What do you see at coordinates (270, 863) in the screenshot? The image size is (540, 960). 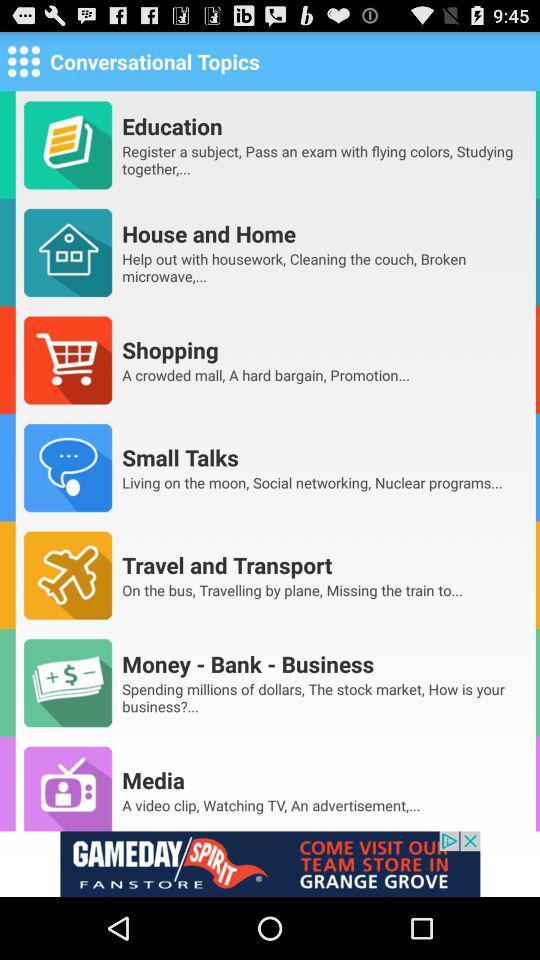 I see `open advertisement` at bounding box center [270, 863].